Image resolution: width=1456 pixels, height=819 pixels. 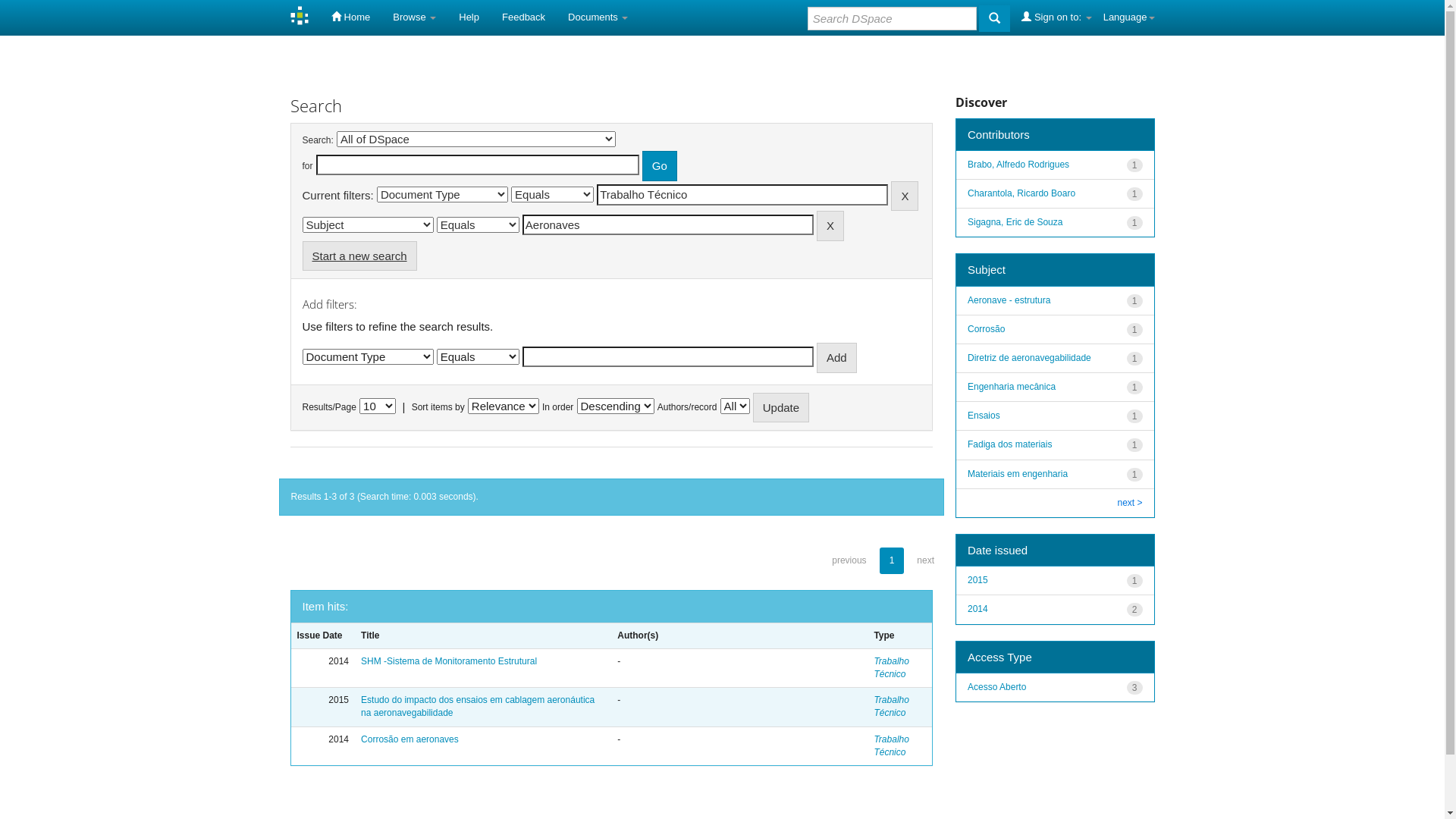 I want to click on 'Brabo, Alfredo Rodrigues', so click(x=1018, y=164).